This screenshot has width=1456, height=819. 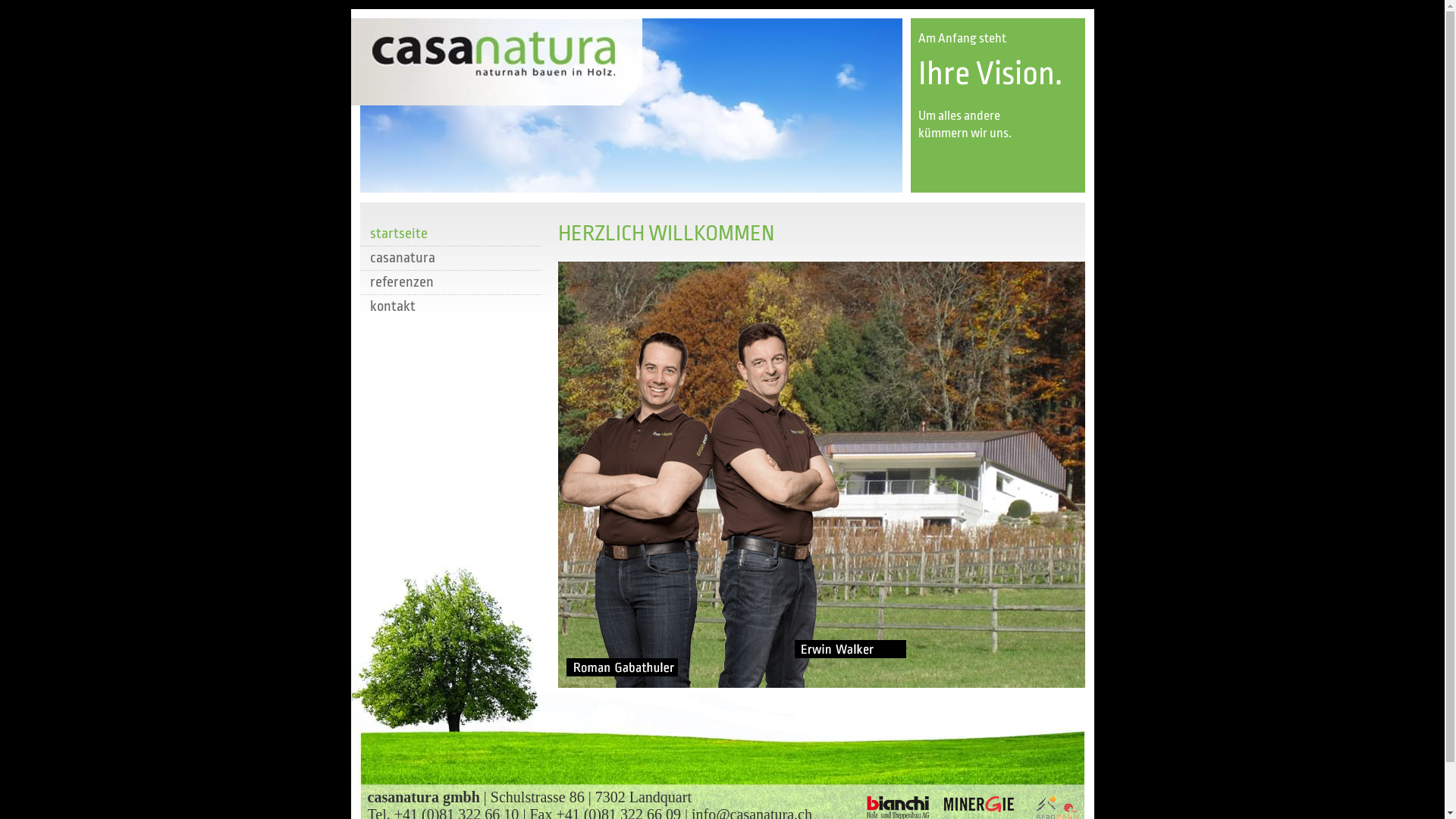 I want to click on 'startseite', so click(x=450, y=234).